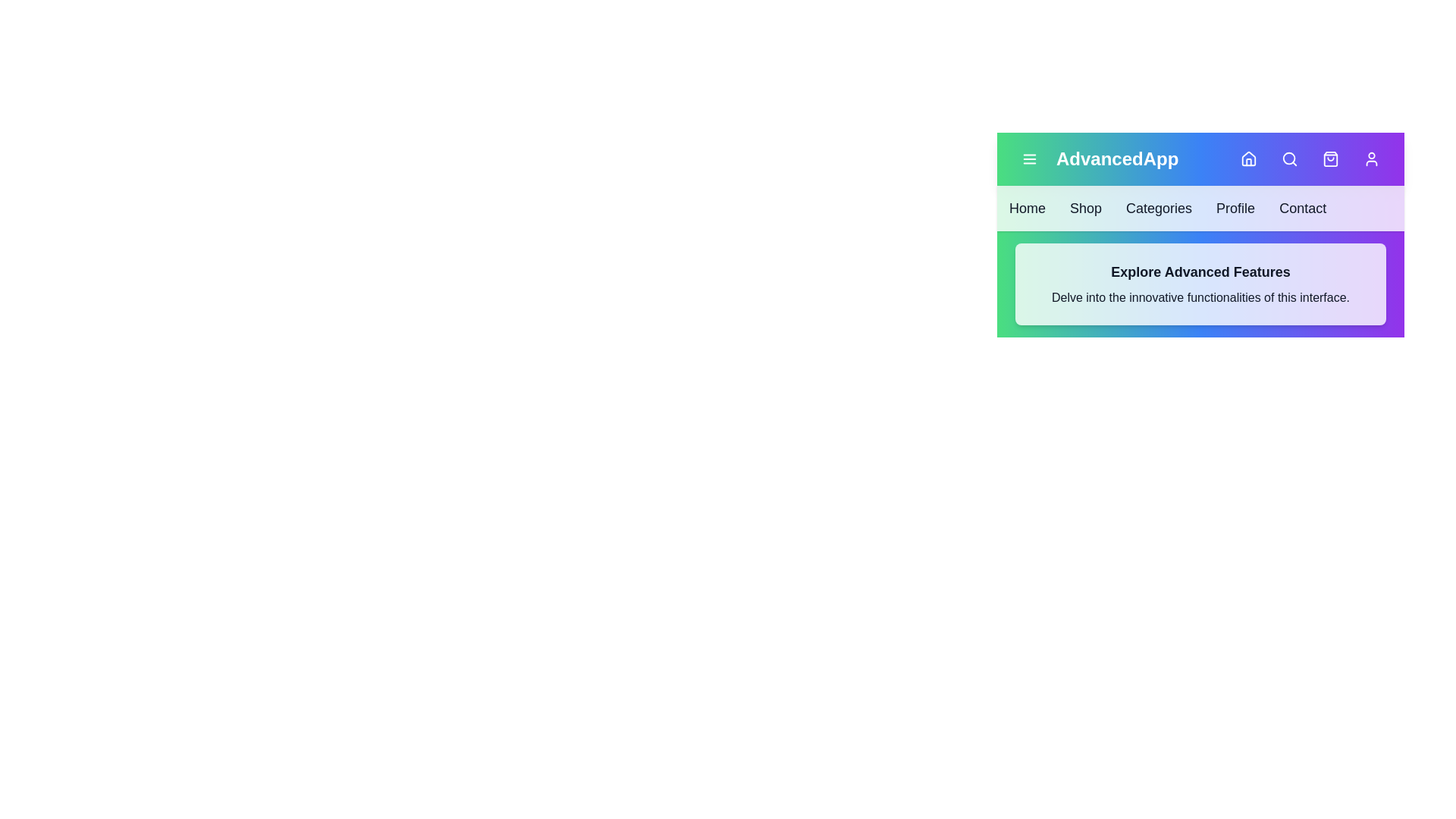 The width and height of the screenshot is (1456, 819). I want to click on the navigation bar item labeled Categories to navigate to that section, so click(1157, 208).